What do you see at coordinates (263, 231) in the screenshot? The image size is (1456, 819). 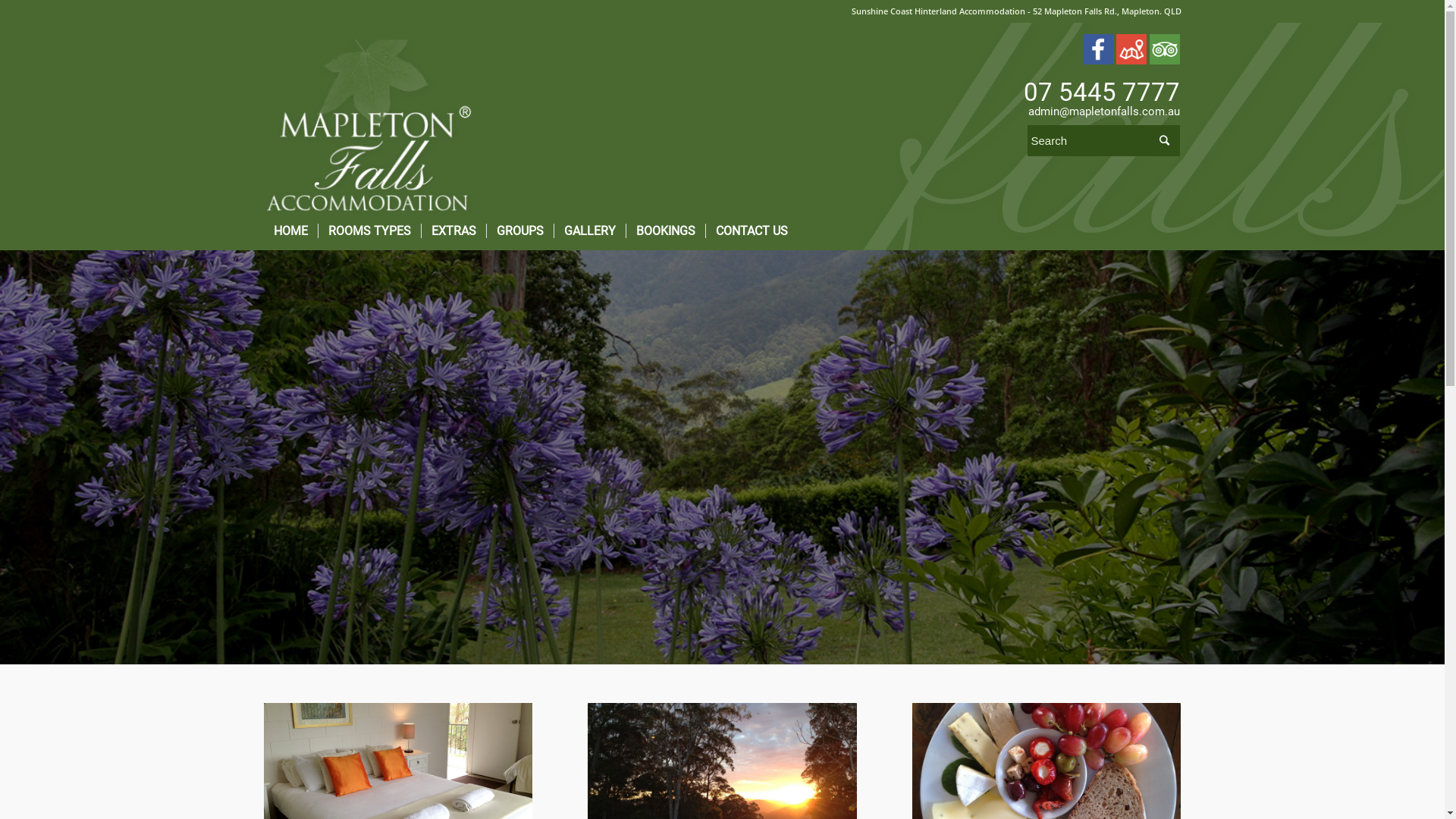 I see `'HOME'` at bounding box center [263, 231].